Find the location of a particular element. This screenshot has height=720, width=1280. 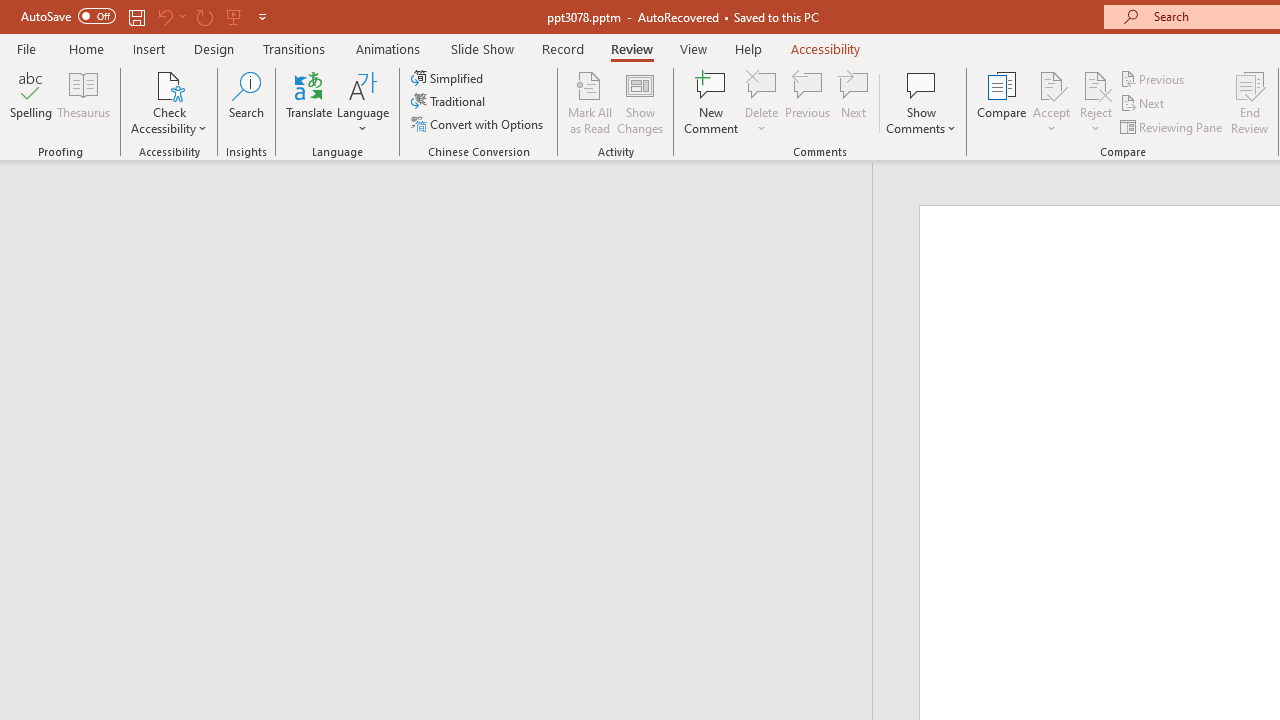

'Convert with Options...' is located at coordinates (478, 124).